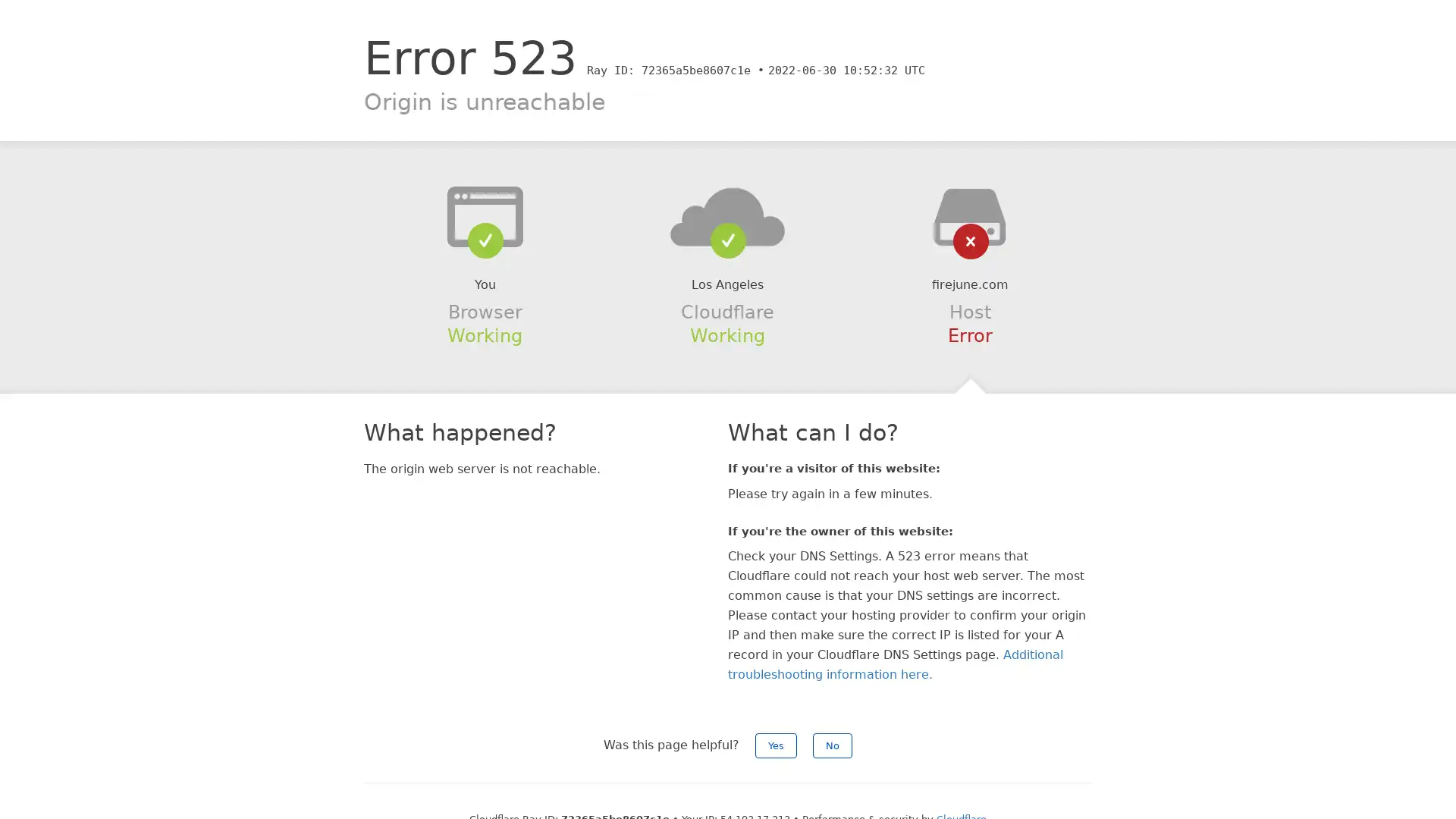 Image resolution: width=1456 pixels, height=819 pixels. I want to click on No, so click(832, 745).